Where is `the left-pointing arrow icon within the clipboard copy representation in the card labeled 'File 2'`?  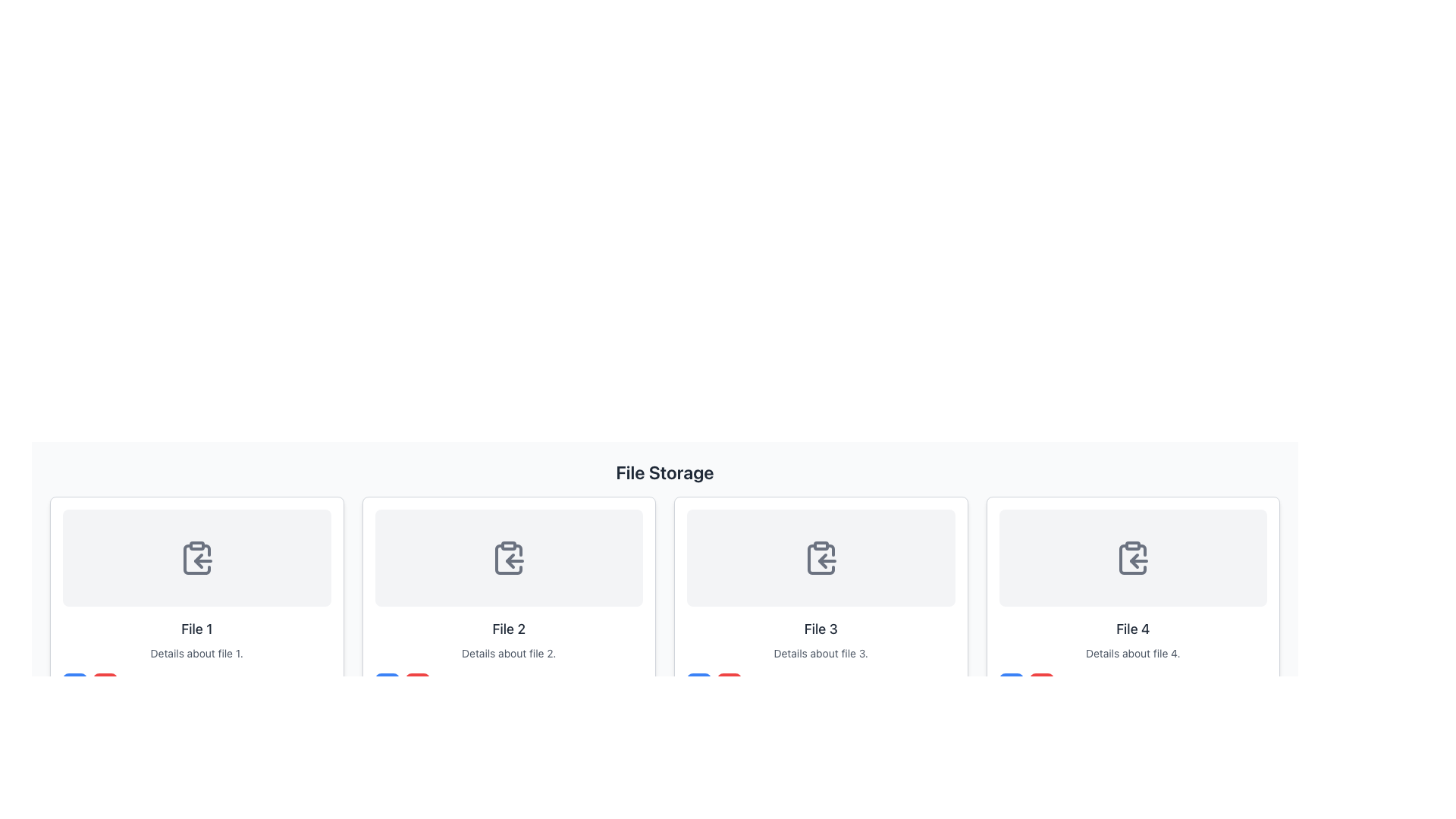 the left-pointing arrow icon within the clipboard copy representation in the card labeled 'File 2' is located at coordinates (510, 561).